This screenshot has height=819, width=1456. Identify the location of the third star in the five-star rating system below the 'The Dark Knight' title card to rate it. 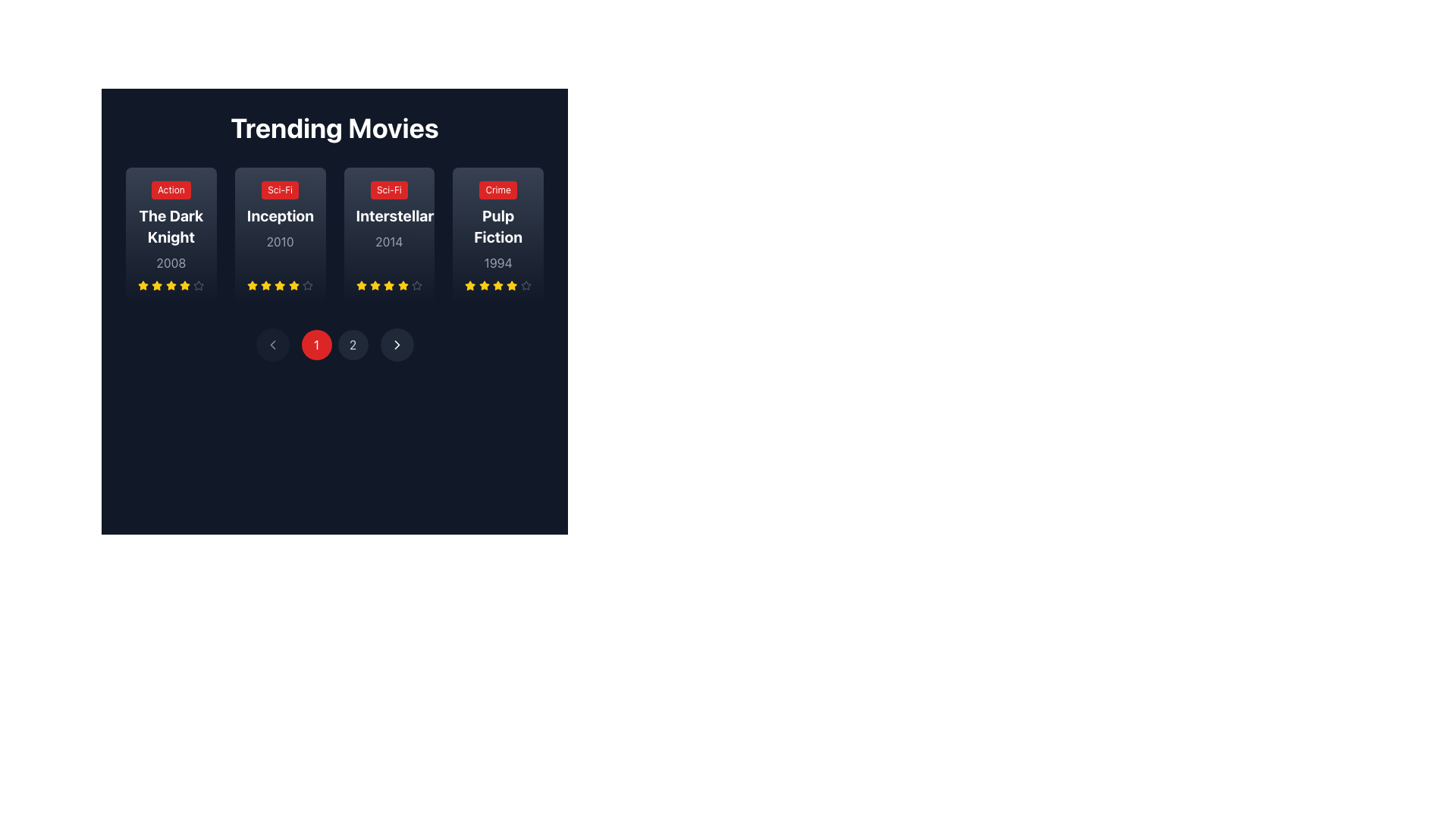
(157, 285).